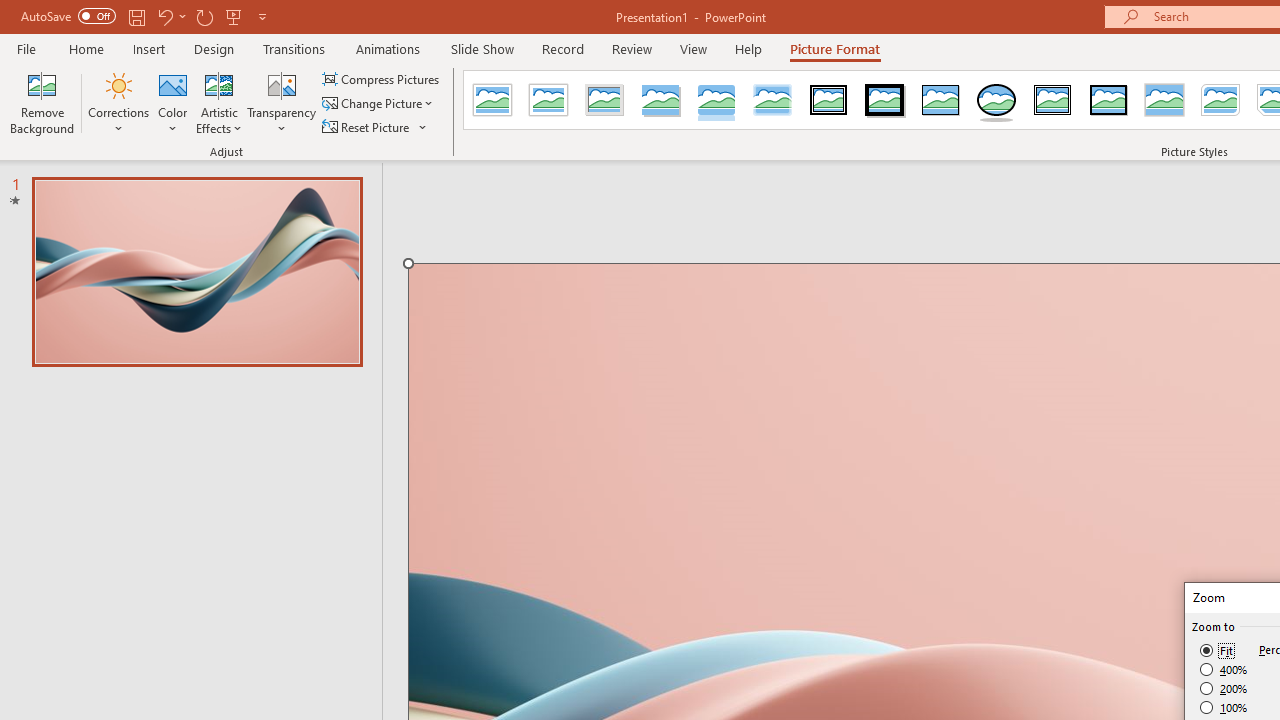 The height and width of the screenshot is (720, 1280). What do you see at coordinates (997, 100) in the screenshot?
I see `'Beveled Oval, Black'` at bounding box center [997, 100].